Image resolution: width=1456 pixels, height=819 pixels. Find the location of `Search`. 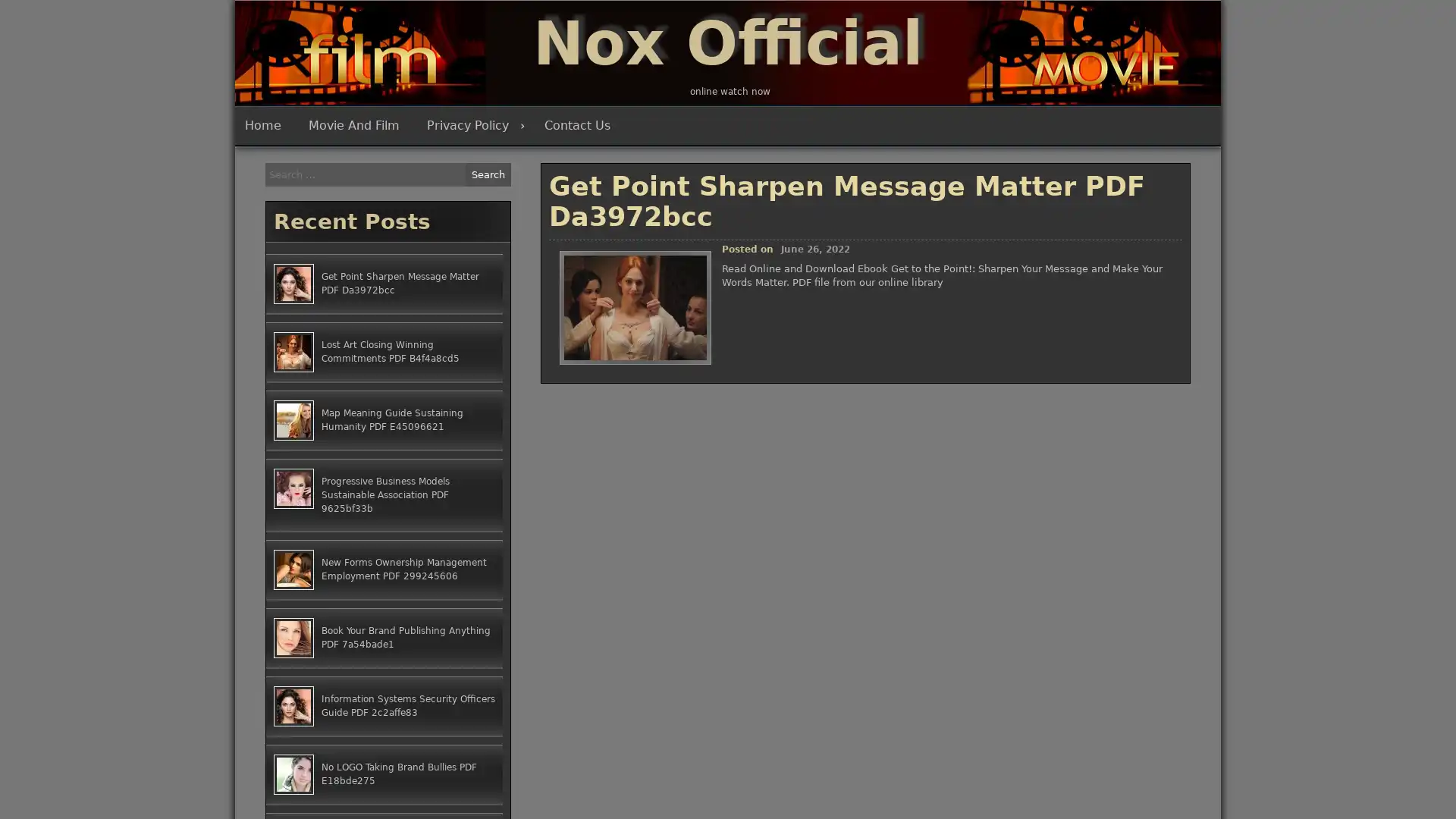

Search is located at coordinates (488, 174).